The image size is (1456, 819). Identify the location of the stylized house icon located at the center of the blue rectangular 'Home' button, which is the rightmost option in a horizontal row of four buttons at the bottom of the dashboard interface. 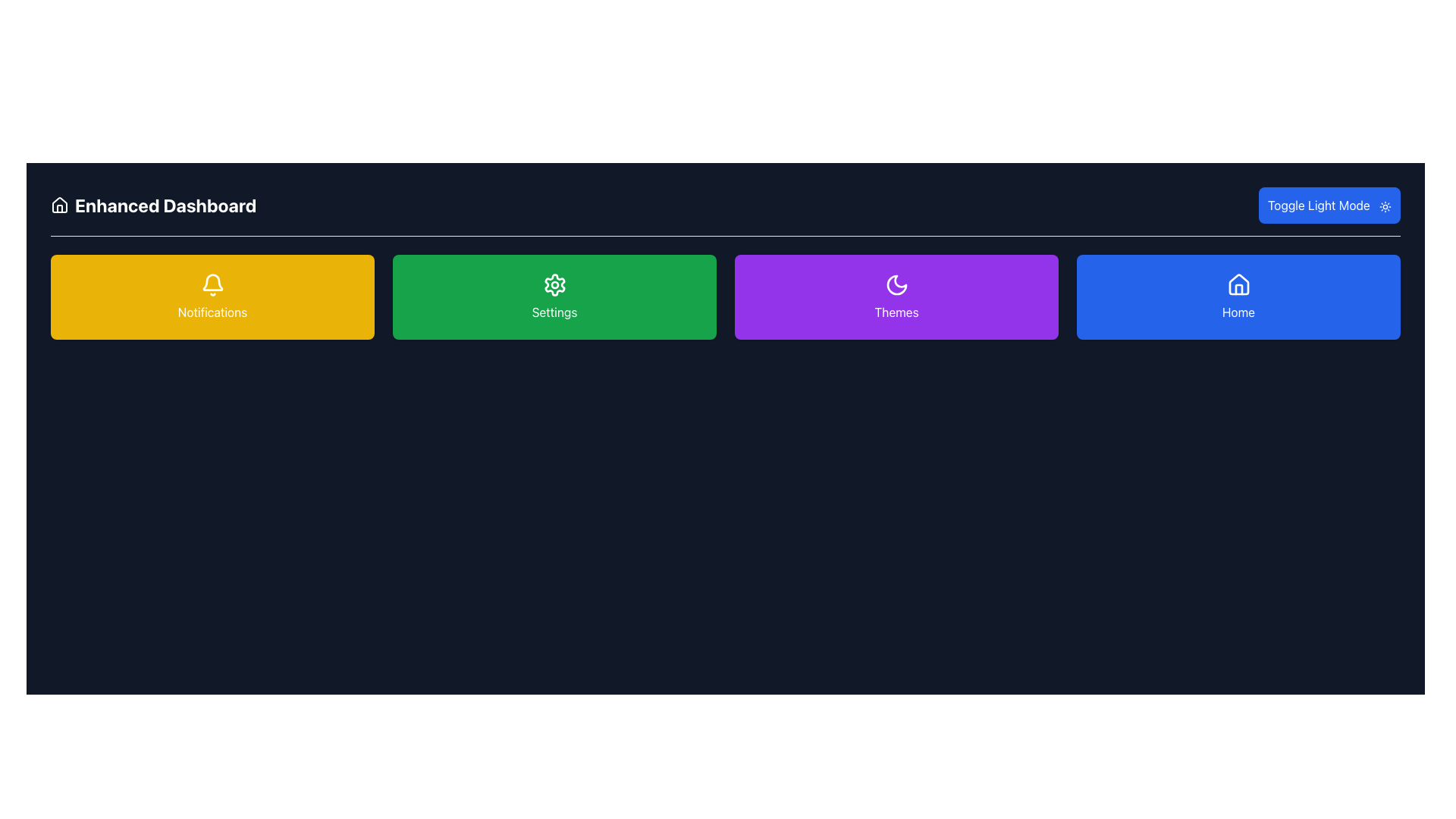
(1238, 284).